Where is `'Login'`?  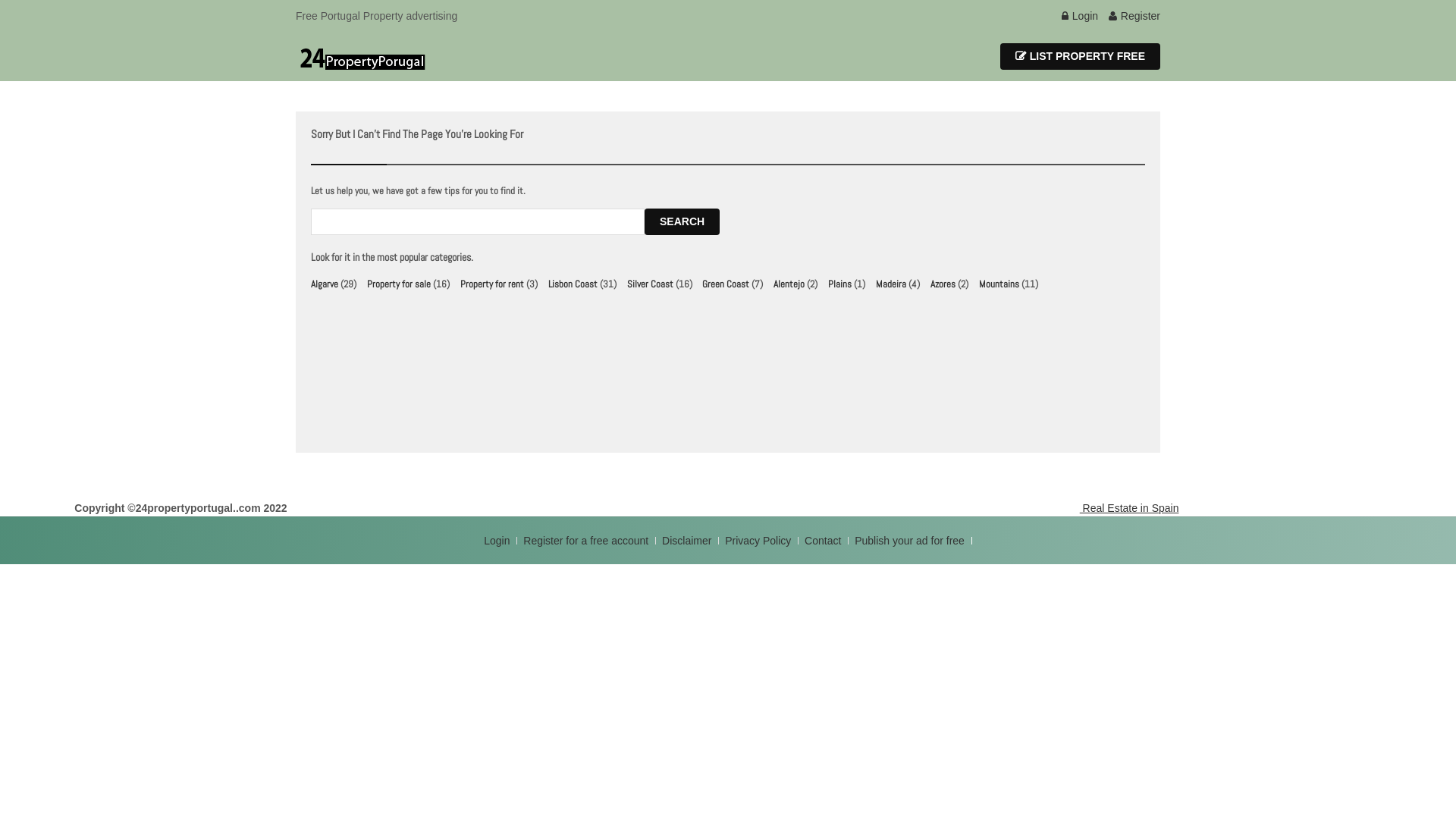
'Login' is located at coordinates (483, 540).